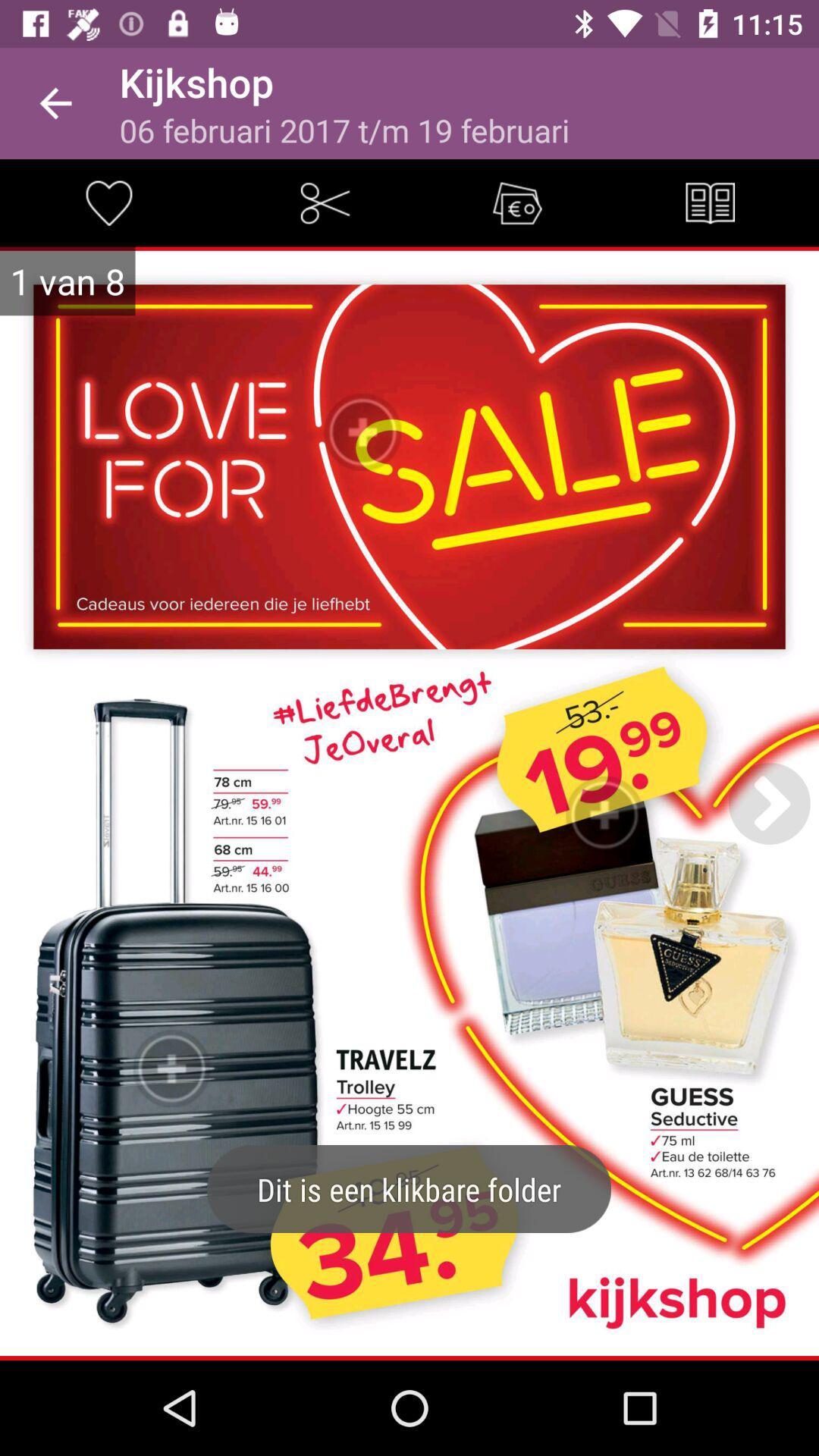 The image size is (819, 1456). What do you see at coordinates (324, 202) in the screenshot?
I see `clip` at bounding box center [324, 202].